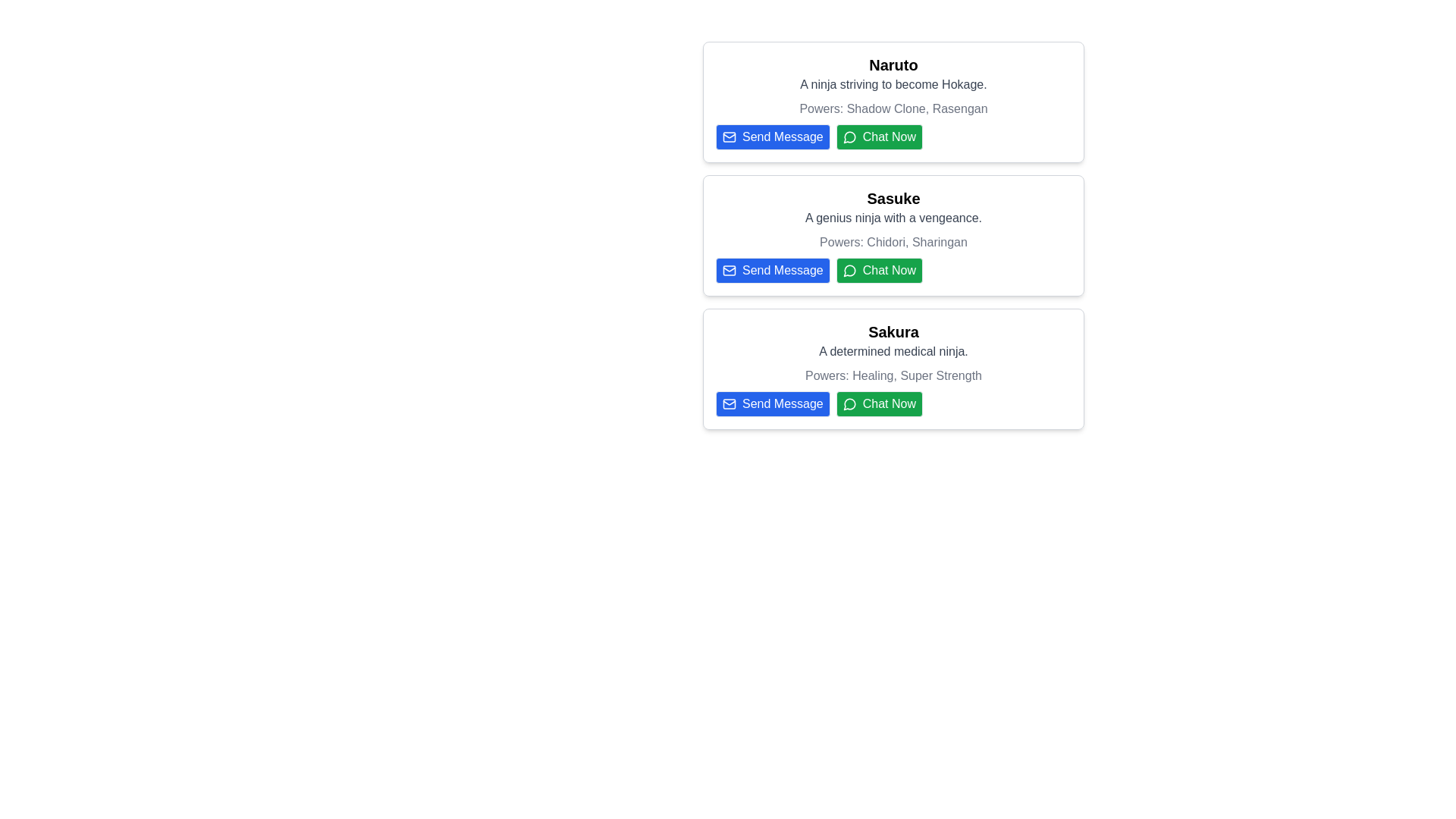 Image resolution: width=1456 pixels, height=819 pixels. I want to click on slanted line segment of the envelope icon, which is positioned to the left of the 'Send Message' button, using the developer tools, so click(729, 402).